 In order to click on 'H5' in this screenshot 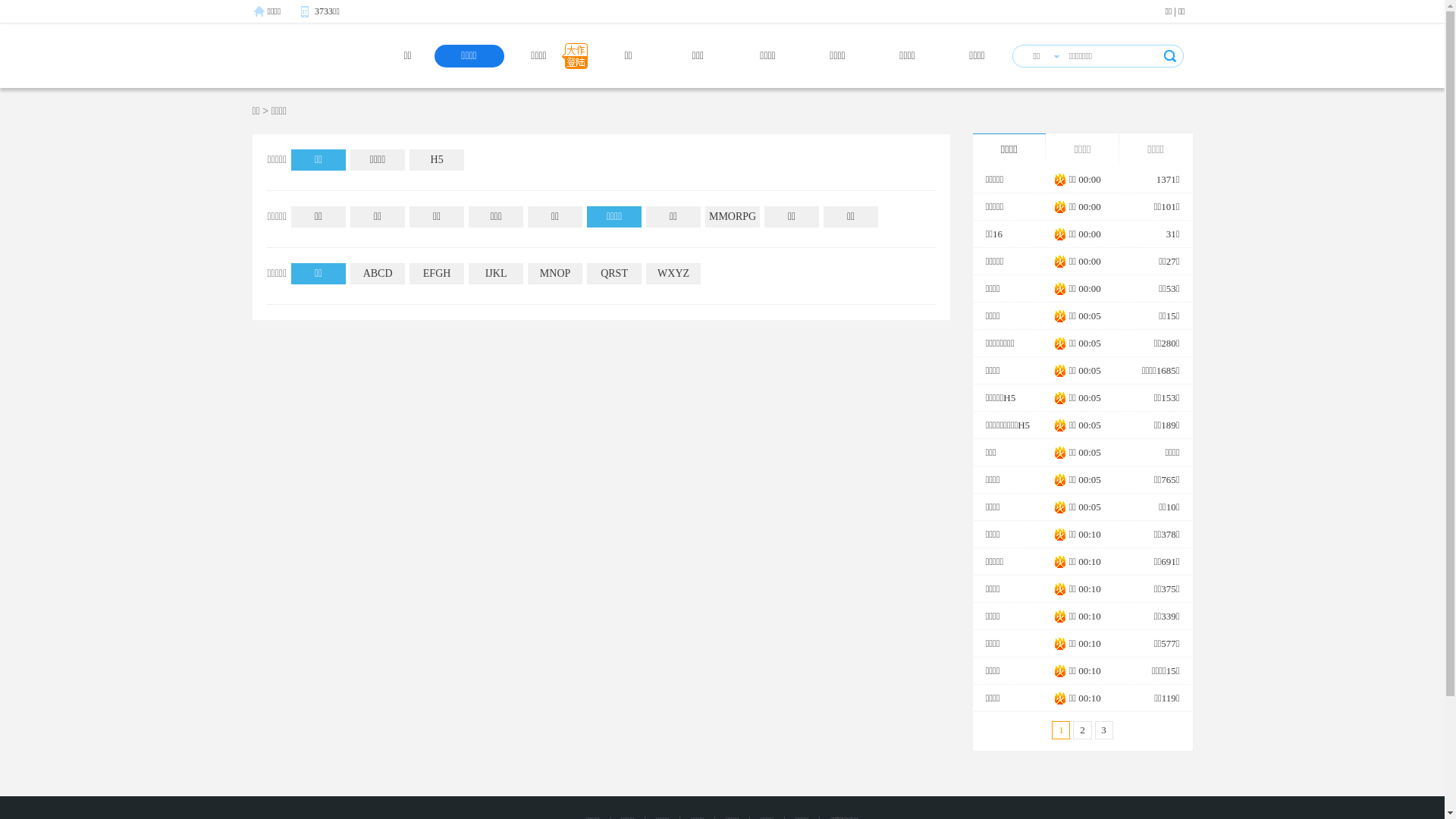, I will do `click(436, 160)`.